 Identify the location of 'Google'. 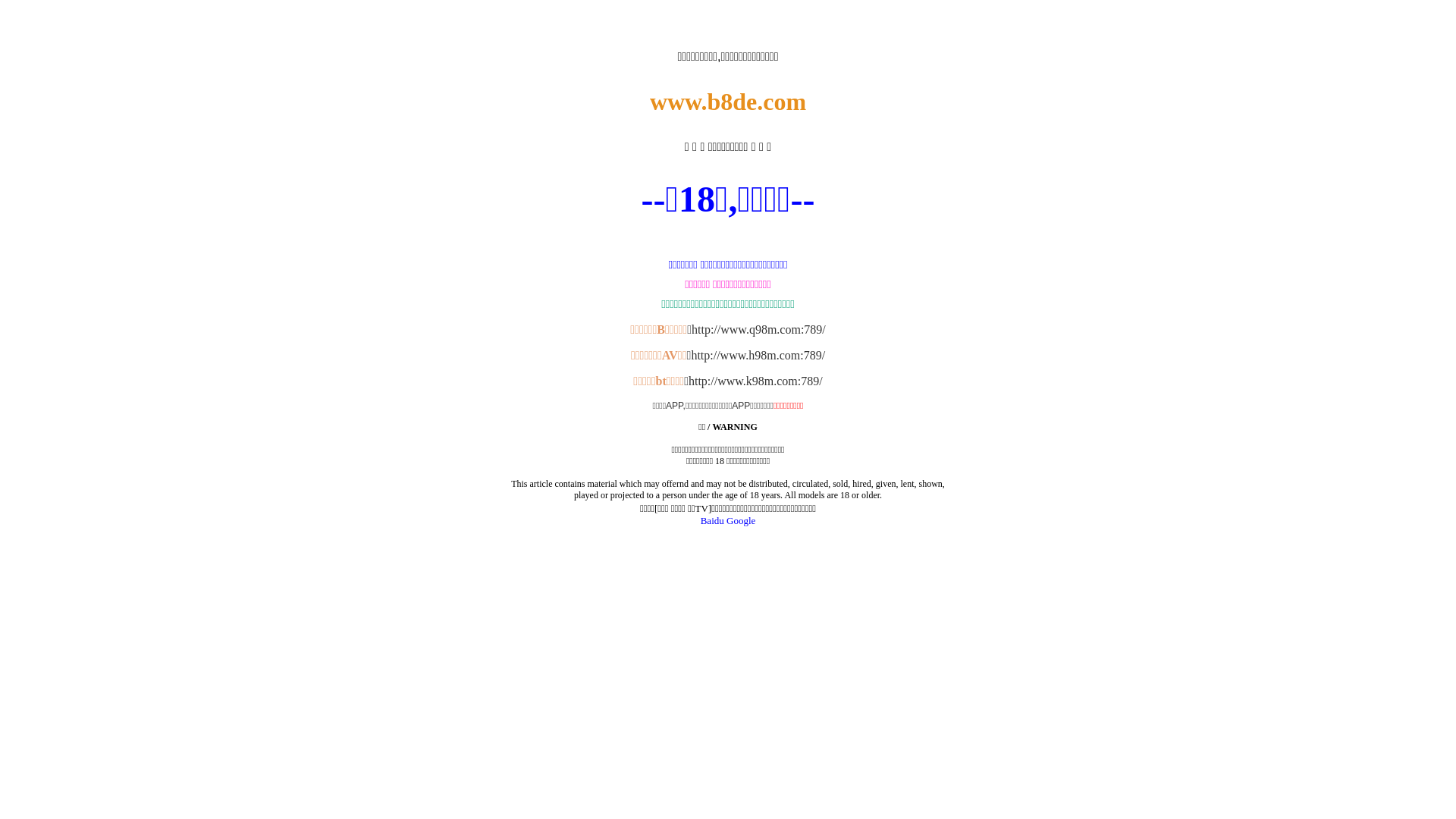
(726, 519).